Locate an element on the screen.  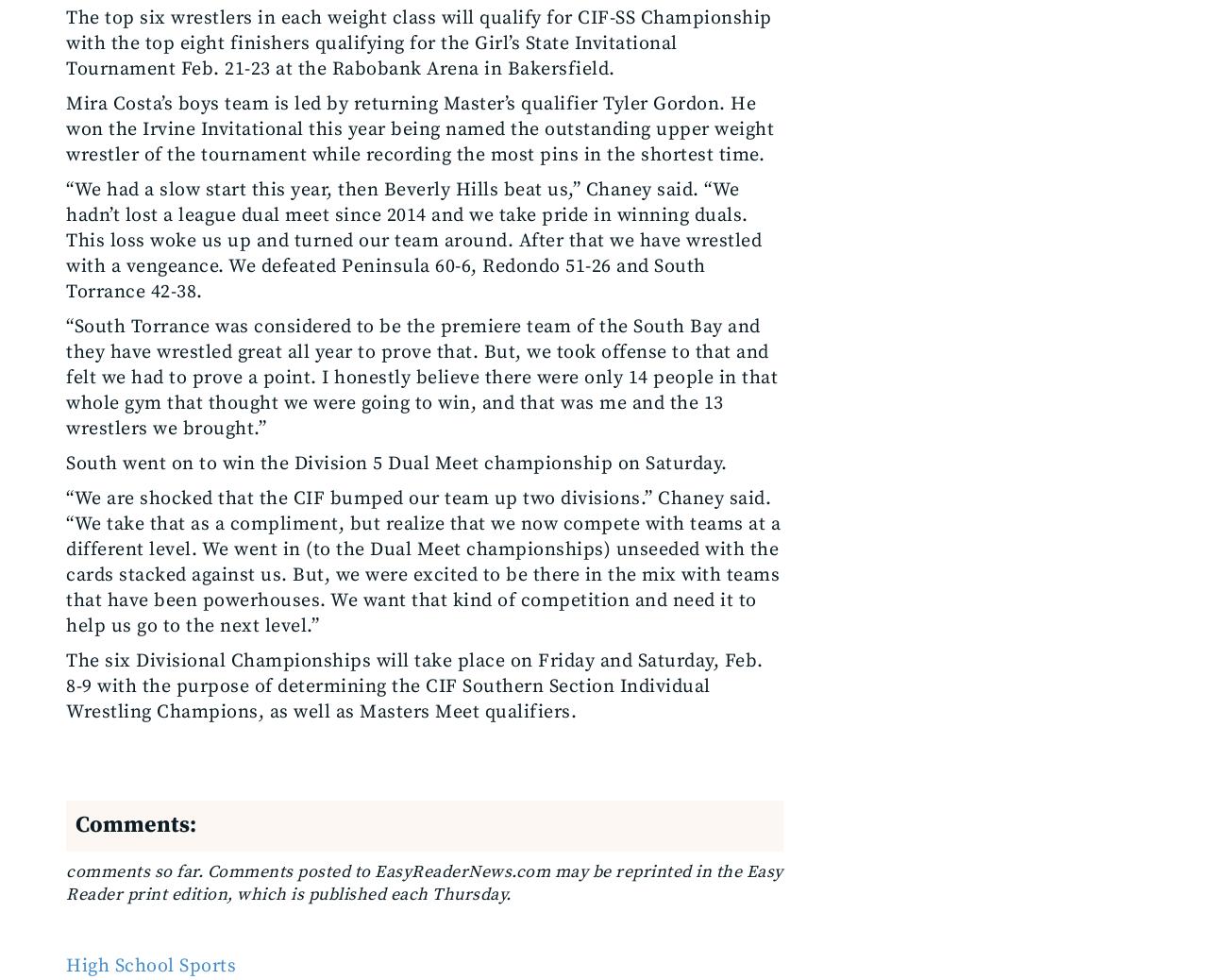
'Comments:' is located at coordinates (135, 824).